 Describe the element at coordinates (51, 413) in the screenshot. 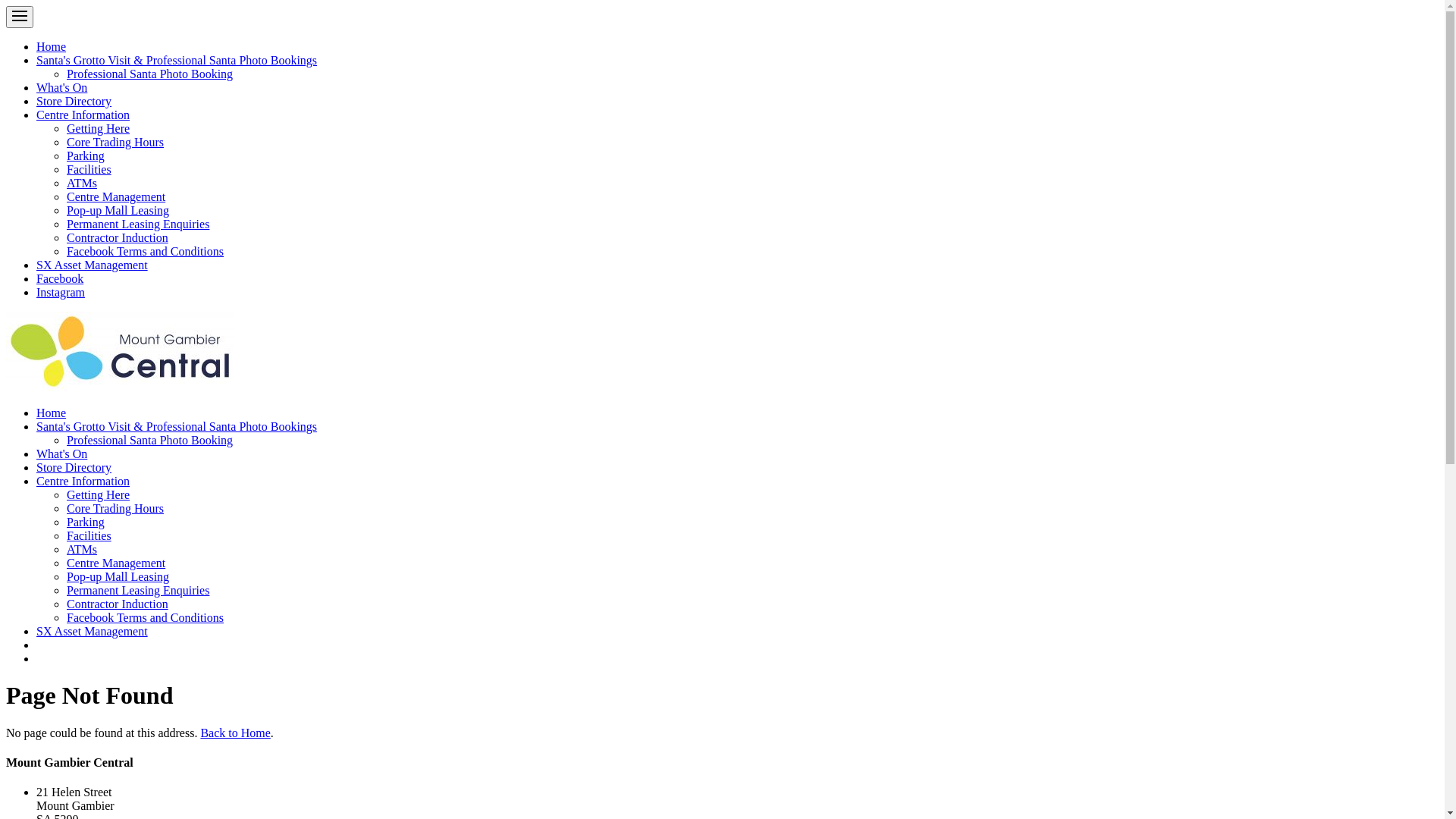

I see `'Home'` at that location.